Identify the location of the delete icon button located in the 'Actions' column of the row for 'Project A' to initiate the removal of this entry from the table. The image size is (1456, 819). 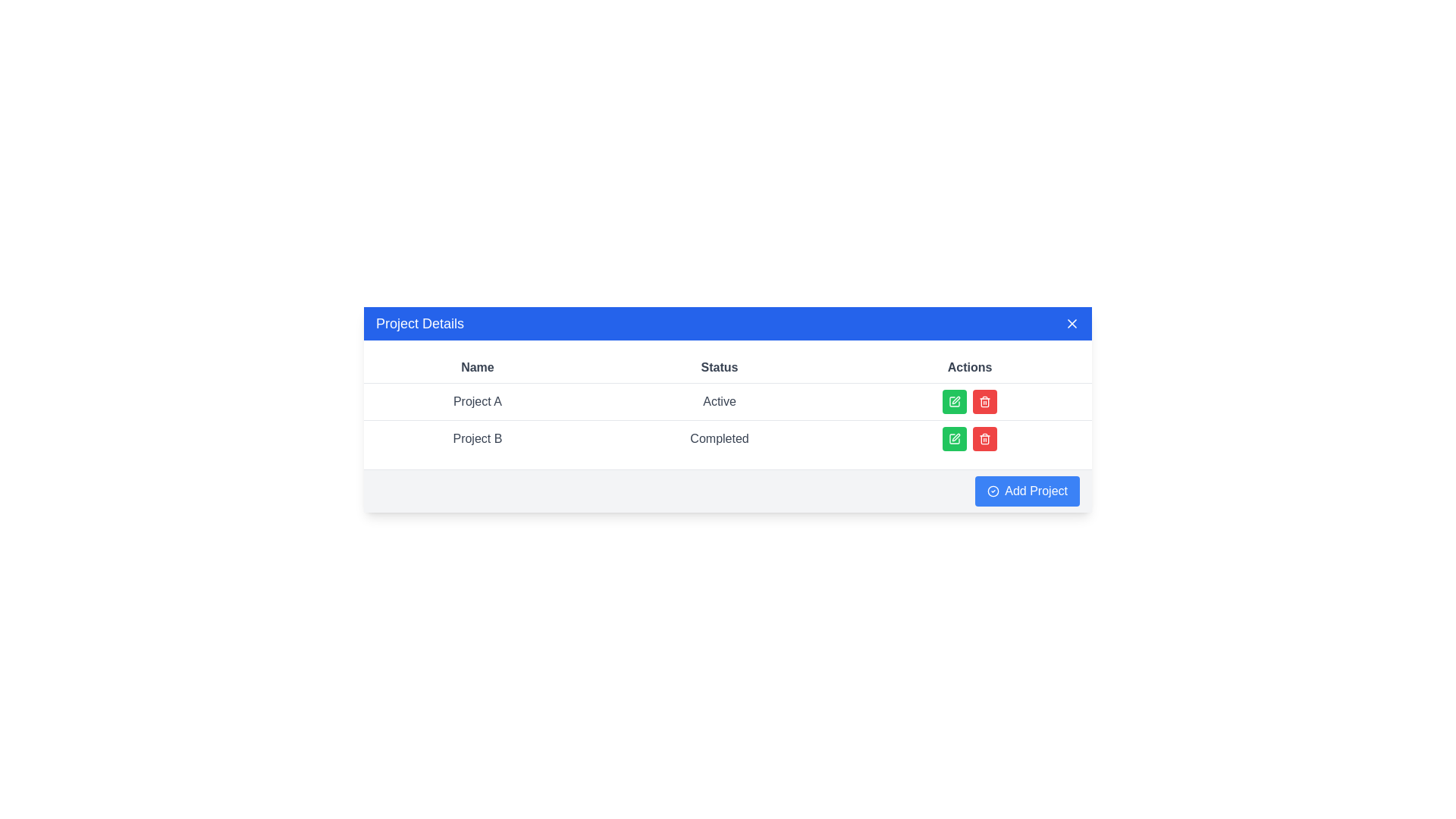
(985, 439).